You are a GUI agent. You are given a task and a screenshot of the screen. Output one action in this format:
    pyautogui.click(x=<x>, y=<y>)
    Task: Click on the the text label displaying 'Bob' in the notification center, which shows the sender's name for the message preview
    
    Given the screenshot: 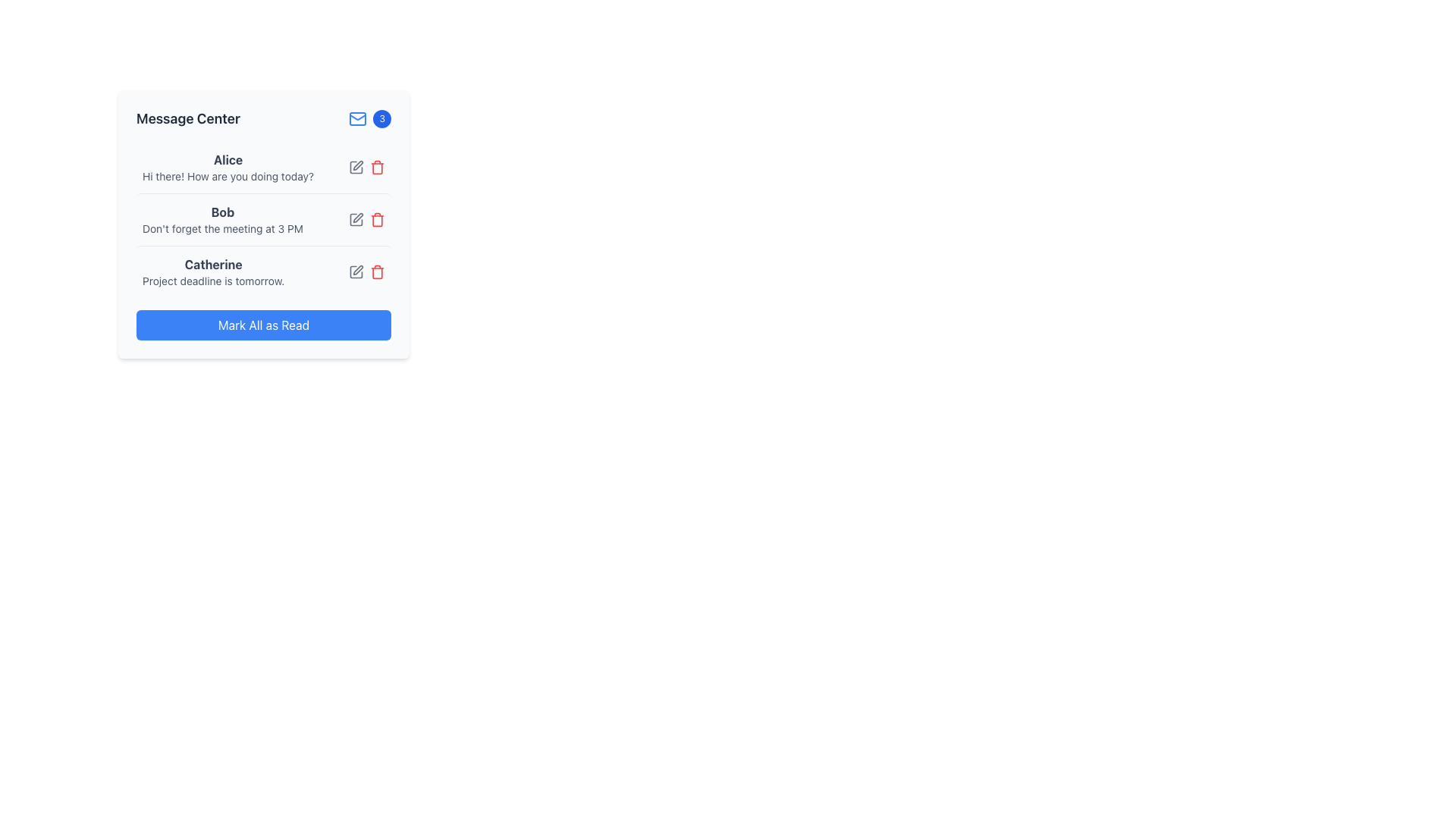 What is the action you would take?
    pyautogui.click(x=221, y=212)
    